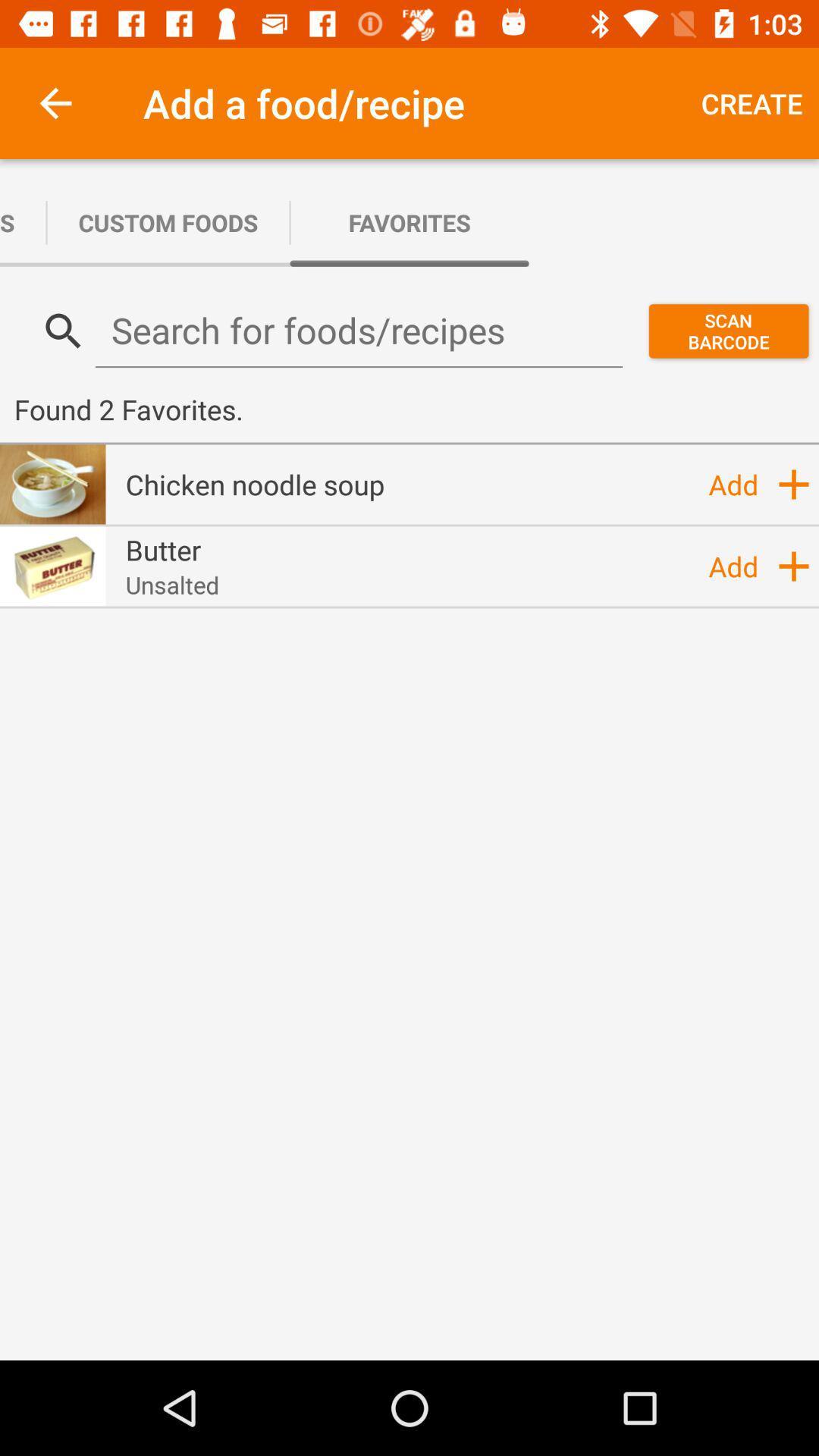  What do you see at coordinates (792, 483) in the screenshot?
I see `icon above the add icon` at bounding box center [792, 483].